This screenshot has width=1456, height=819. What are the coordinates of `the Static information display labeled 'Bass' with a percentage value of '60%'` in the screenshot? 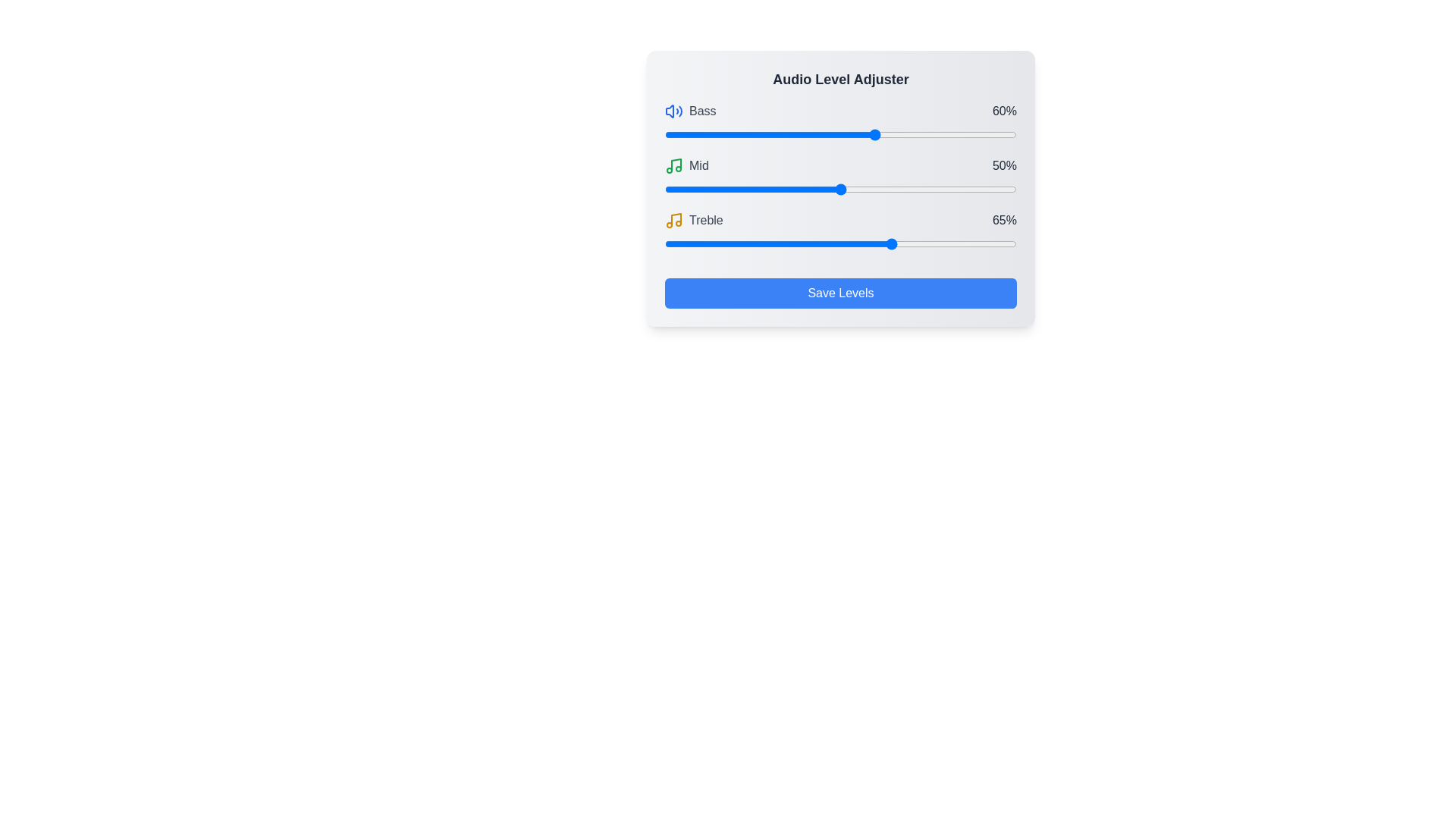 It's located at (839, 110).